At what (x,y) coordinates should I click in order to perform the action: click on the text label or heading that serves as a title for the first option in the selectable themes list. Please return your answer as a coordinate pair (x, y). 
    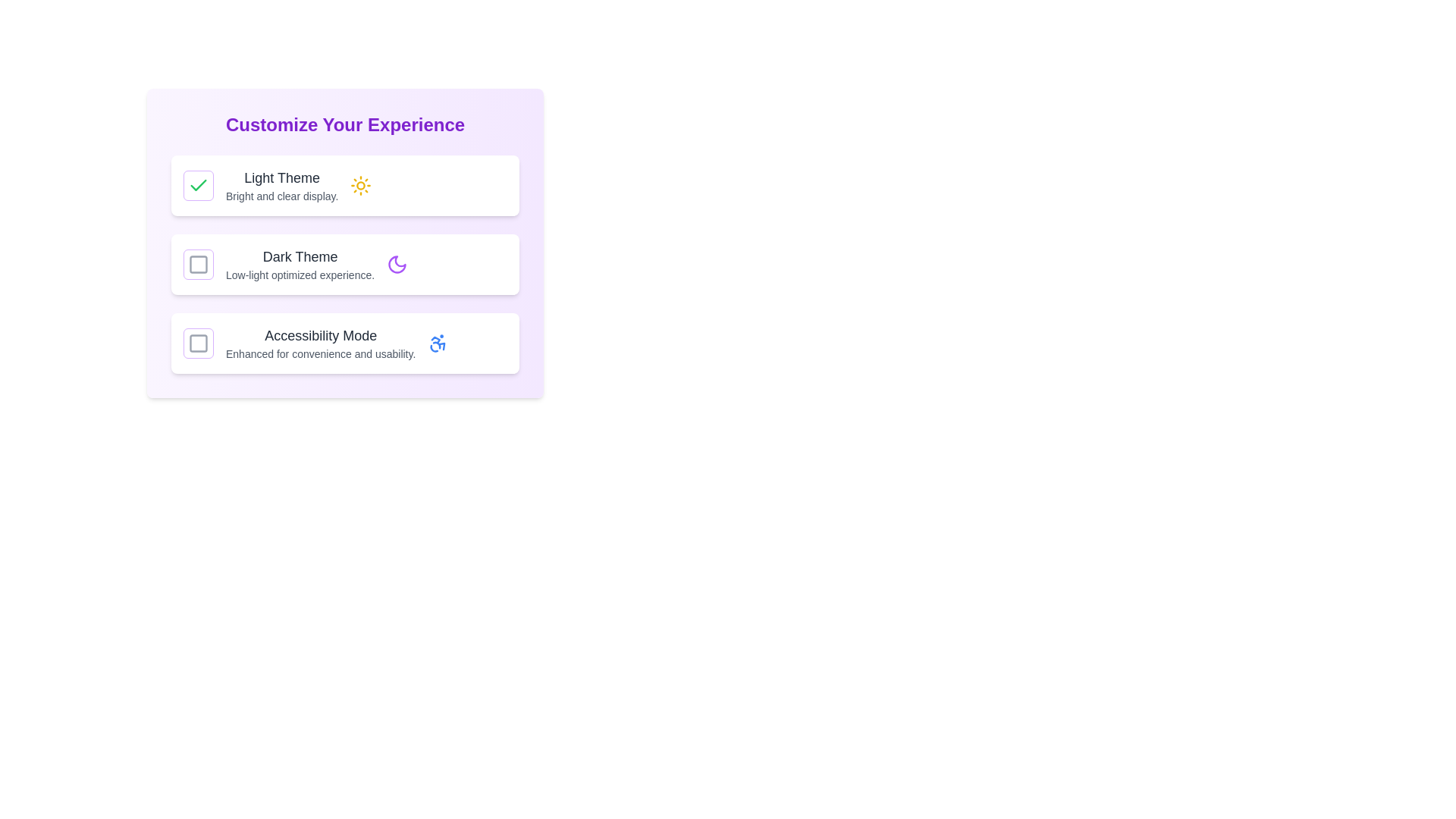
    Looking at the image, I should click on (282, 177).